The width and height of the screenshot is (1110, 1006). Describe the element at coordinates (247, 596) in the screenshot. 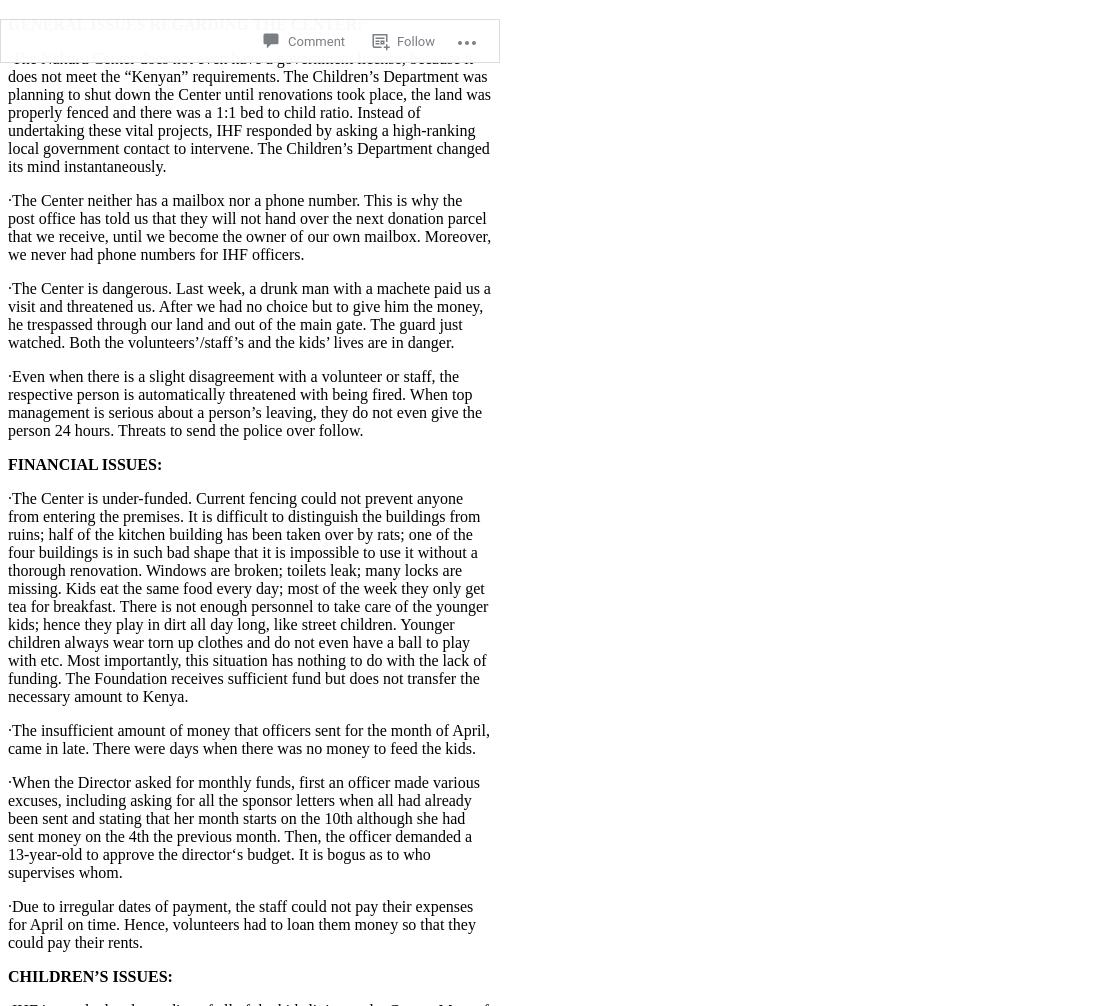

I see `'·The Center is under-funded. Current fencing could not prevent anyone from entering the premises. It is difficult to distinguish the buildings from ruins; half of the kitchen building has been taken over by rats; one of the four buildings is in such bad shape that it is impossible to use it without a thorough renovation. Windows are broken; toilets leak; many locks are missing. Kids eat the same food every day; most of the week they only get tea for breakfast. There is not enough personnel to take care of the younger kids; hence they play in dirt all day long, like street children. Younger children always wear torn up clothes and do not even have a ball to play with etc. Most importantly, this situation has nothing to do with the lack of funding. The Foundation receives sufficient fund but does not transfer the necessary amount to Kenya.'` at that location.